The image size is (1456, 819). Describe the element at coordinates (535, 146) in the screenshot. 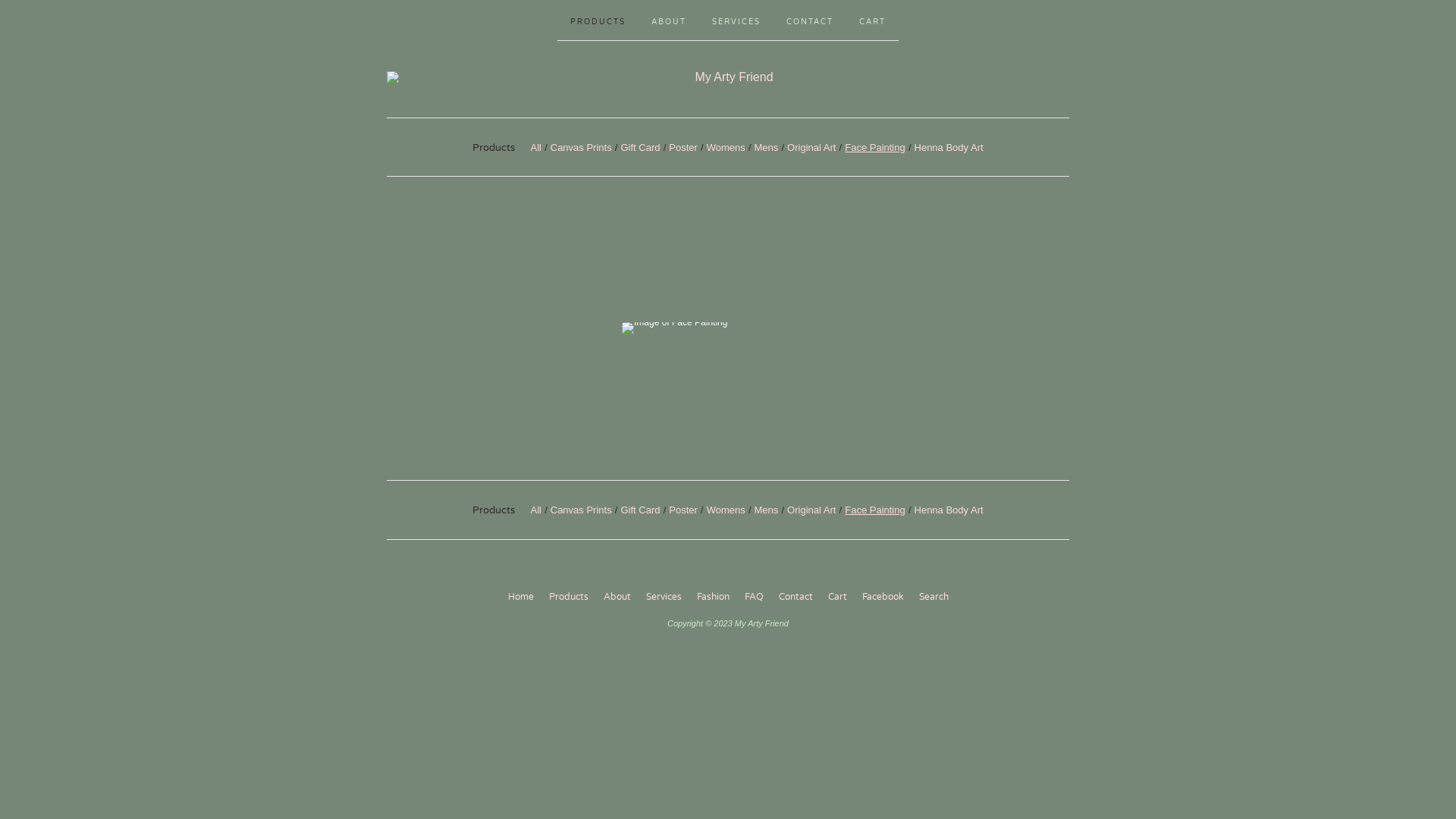

I see `'All'` at that location.